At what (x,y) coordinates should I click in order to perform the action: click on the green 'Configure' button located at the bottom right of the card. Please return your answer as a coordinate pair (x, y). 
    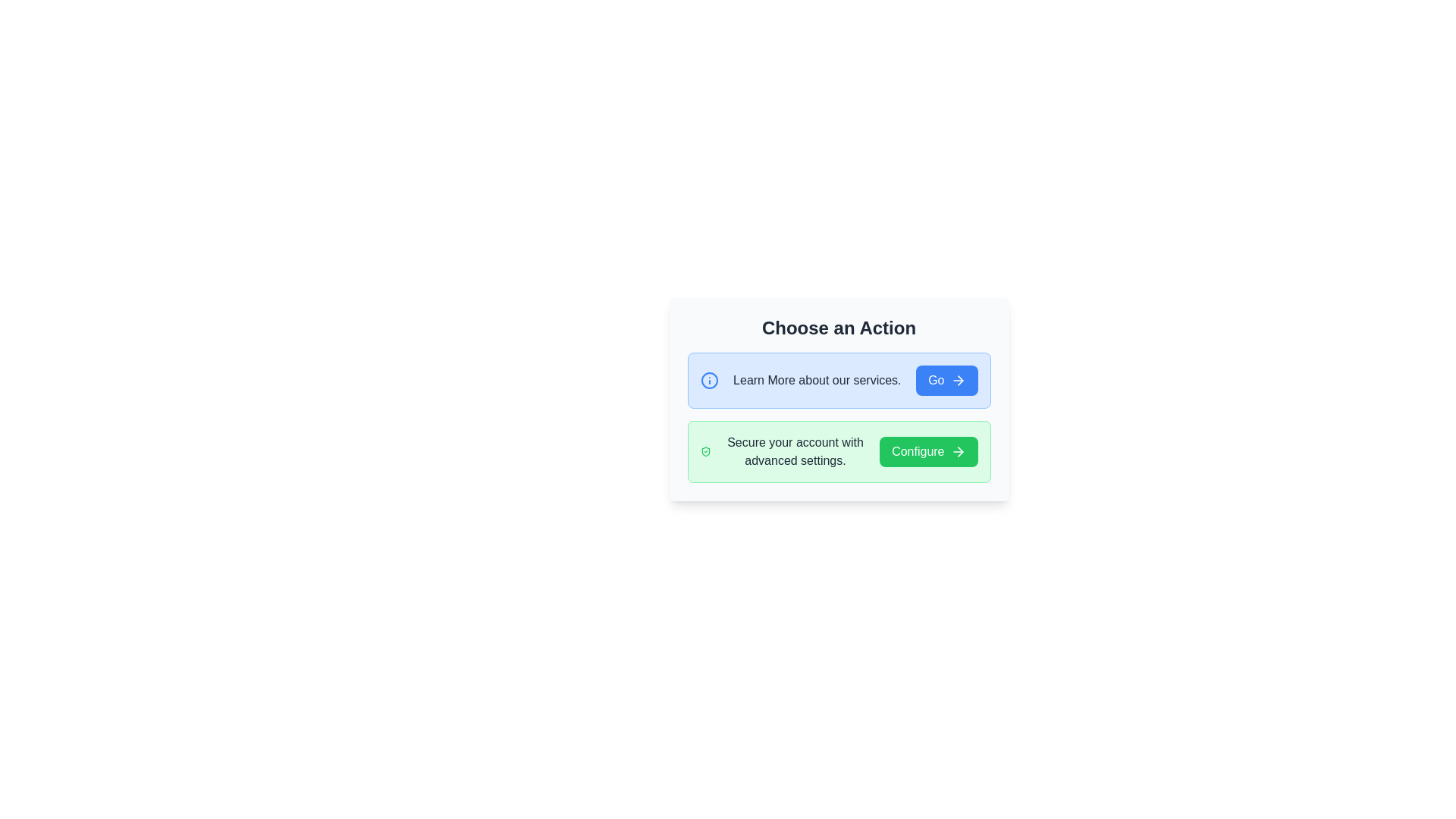
    Looking at the image, I should click on (927, 451).